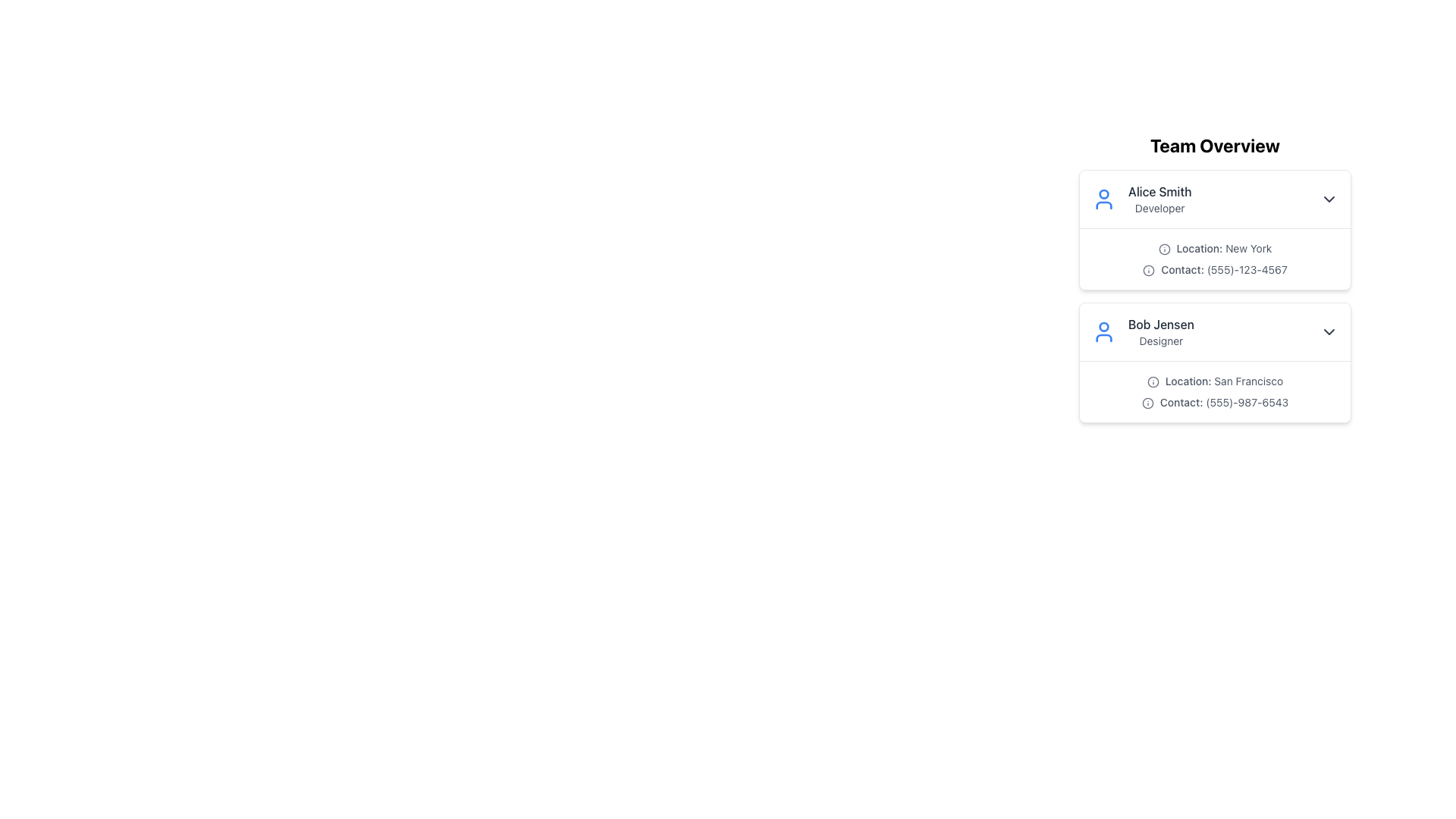 Image resolution: width=1456 pixels, height=819 pixels. What do you see at coordinates (1141, 198) in the screenshot?
I see `the top entry of the team member summary card located` at bounding box center [1141, 198].